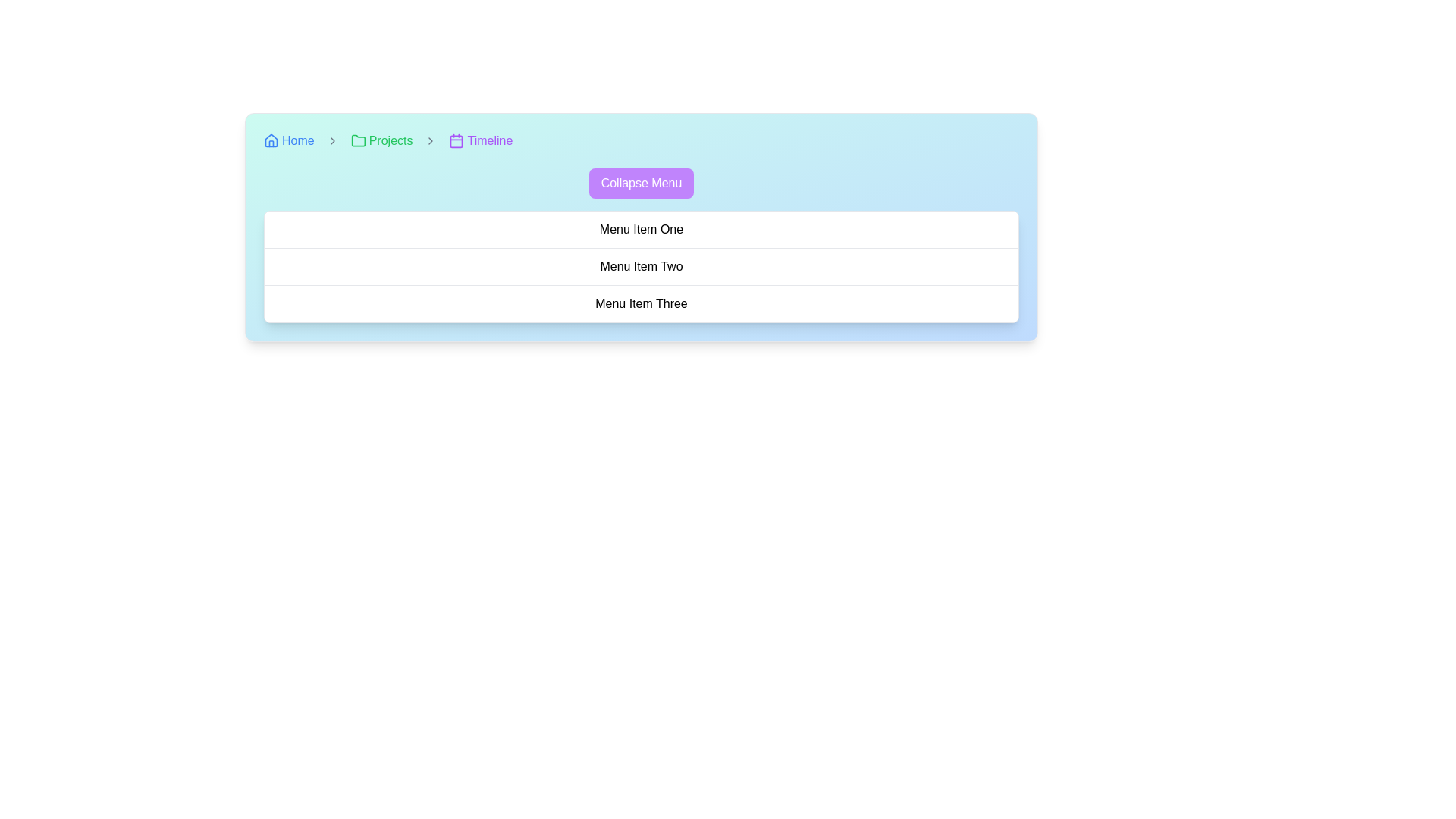  Describe the element at coordinates (357, 140) in the screenshot. I see `the decorative folder icon representing the 'Projects' section in the breadcrumb navigation bar, located between the 'Home' and 'Timeline' icons` at that location.